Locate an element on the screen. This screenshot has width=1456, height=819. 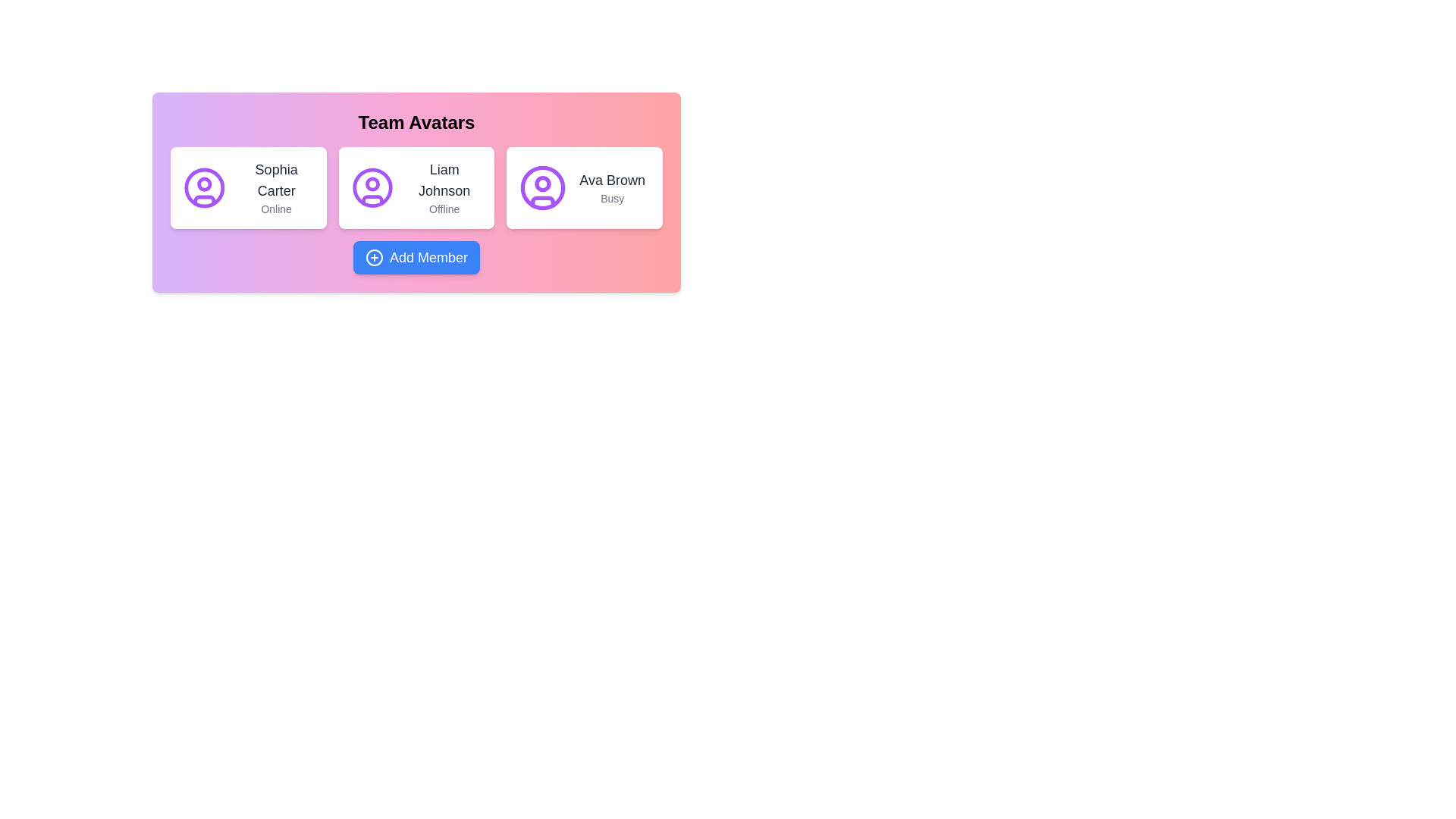
the 'Add Member' button located below the avatars of Sophia Carter, Liam Johnson, and Ava Brown in the 'Team Avatars' section to change its background to a darker blue is located at coordinates (416, 256).